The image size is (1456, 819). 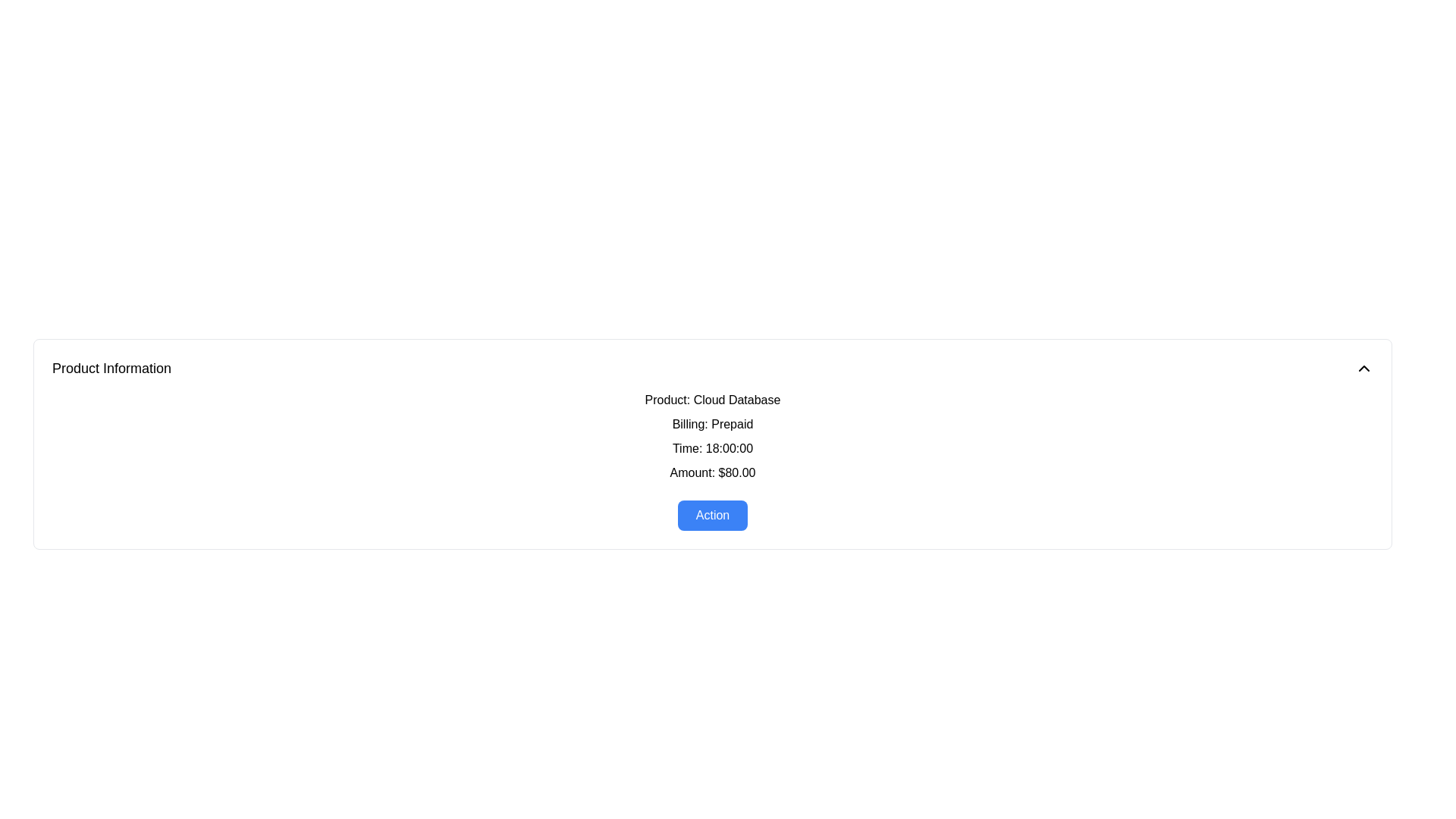 I want to click on the button labeled 'Action' with a blue background and white text for keyboard navigation, so click(x=712, y=514).